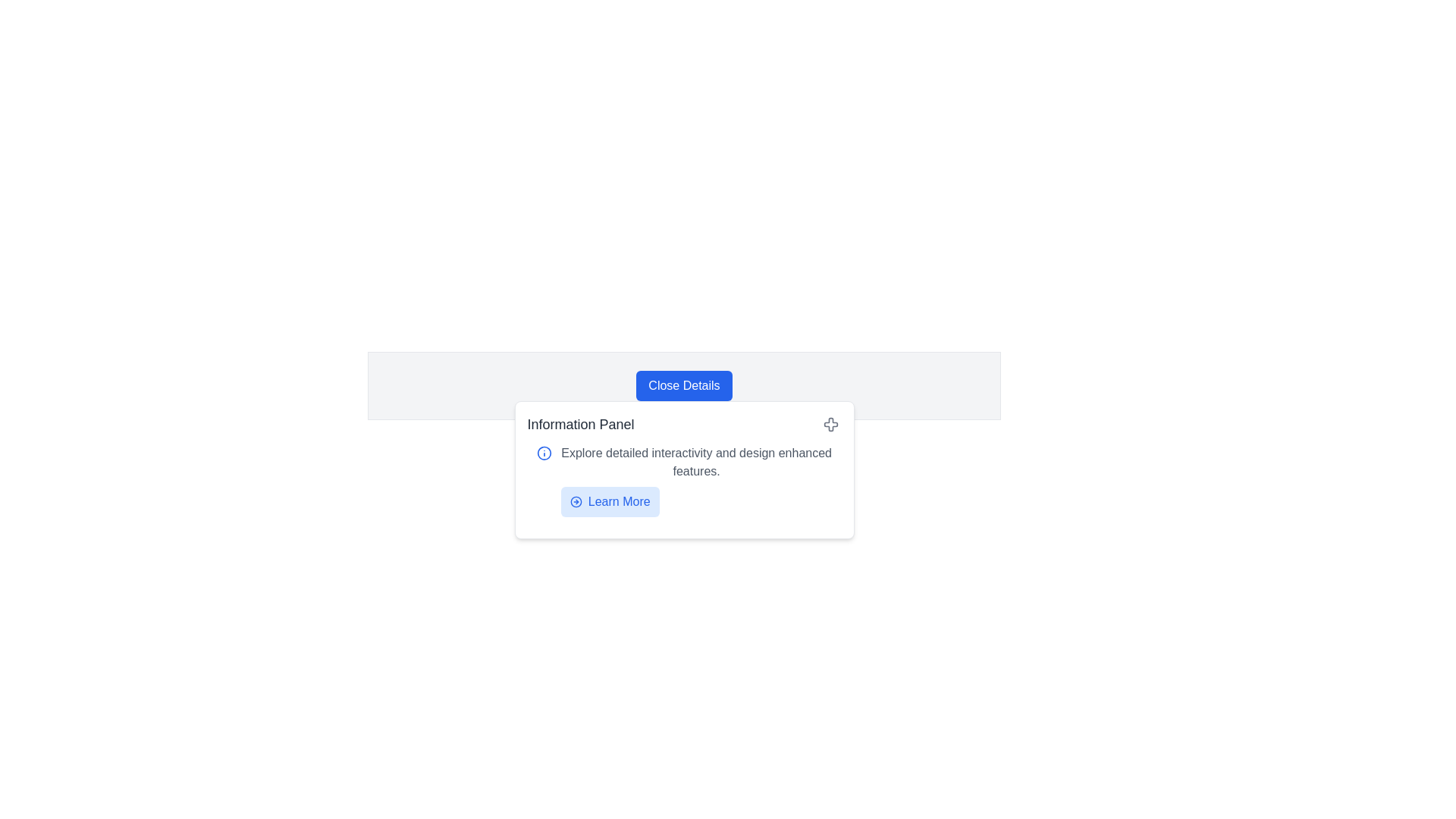 This screenshot has width=1456, height=819. I want to click on the button located in the 'Information Panel' card, positioned below the text 'Explore detailed interactivity and design enhanced features', to observe visual feedback, so click(610, 502).